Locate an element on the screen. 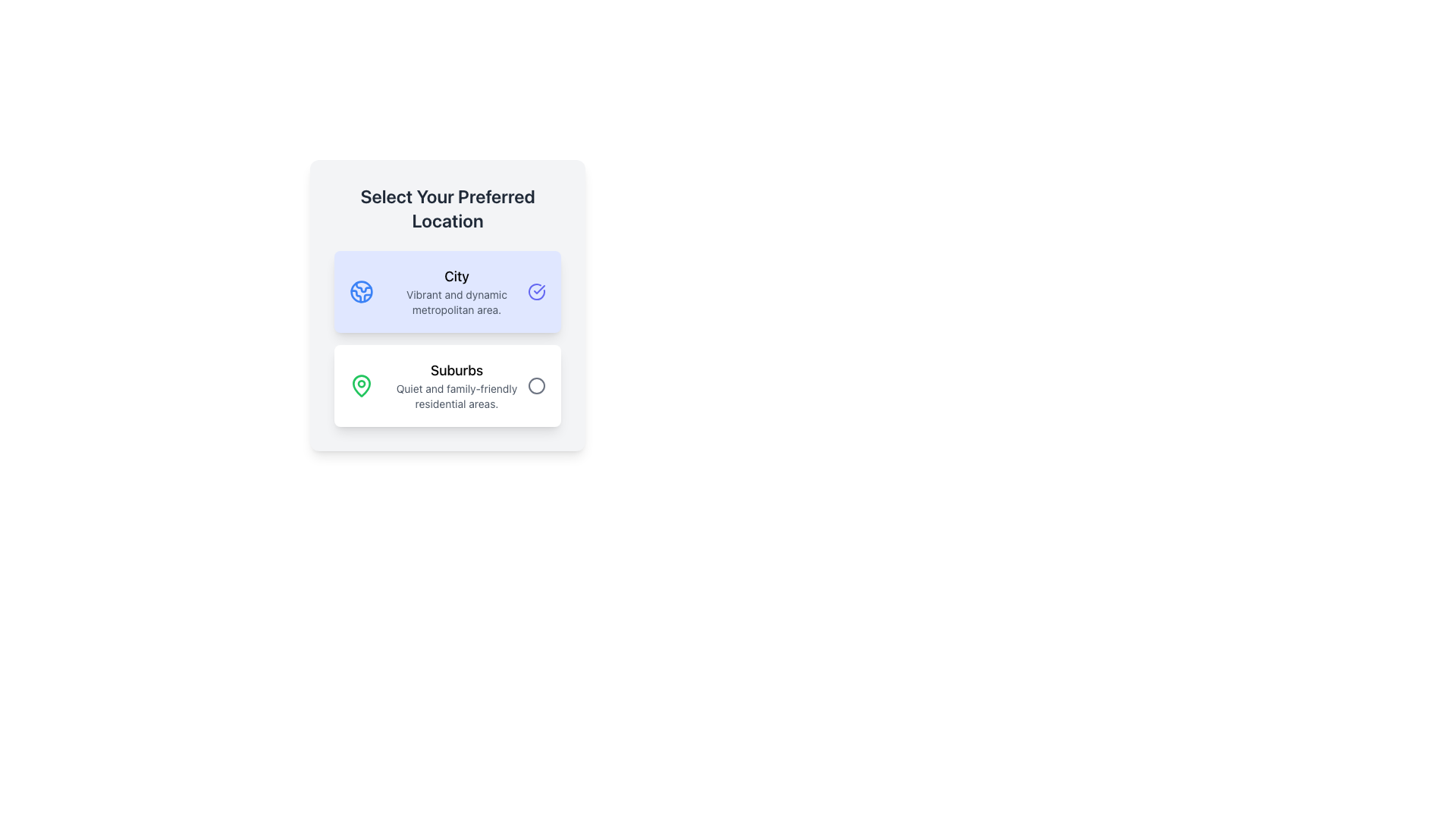 This screenshot has height=819, width=1456. the description text of the 'Suburbs' option, which is located directly below the title 'Suburbs' in the interface, characterized as quiet and family-friendly is located at coordinates (456, 396).